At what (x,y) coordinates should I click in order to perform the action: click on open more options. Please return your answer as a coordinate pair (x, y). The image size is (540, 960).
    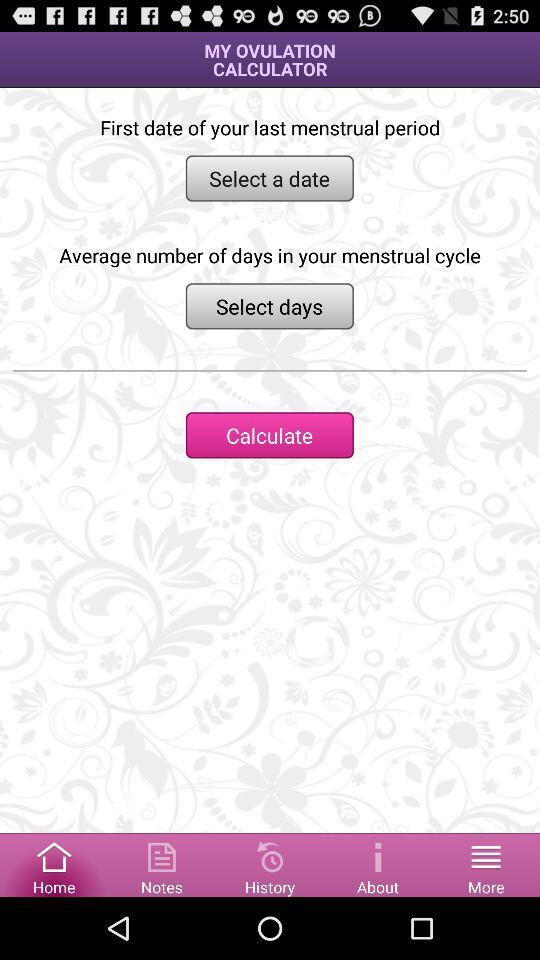
    Looking at the image, I should click on (485, 863).